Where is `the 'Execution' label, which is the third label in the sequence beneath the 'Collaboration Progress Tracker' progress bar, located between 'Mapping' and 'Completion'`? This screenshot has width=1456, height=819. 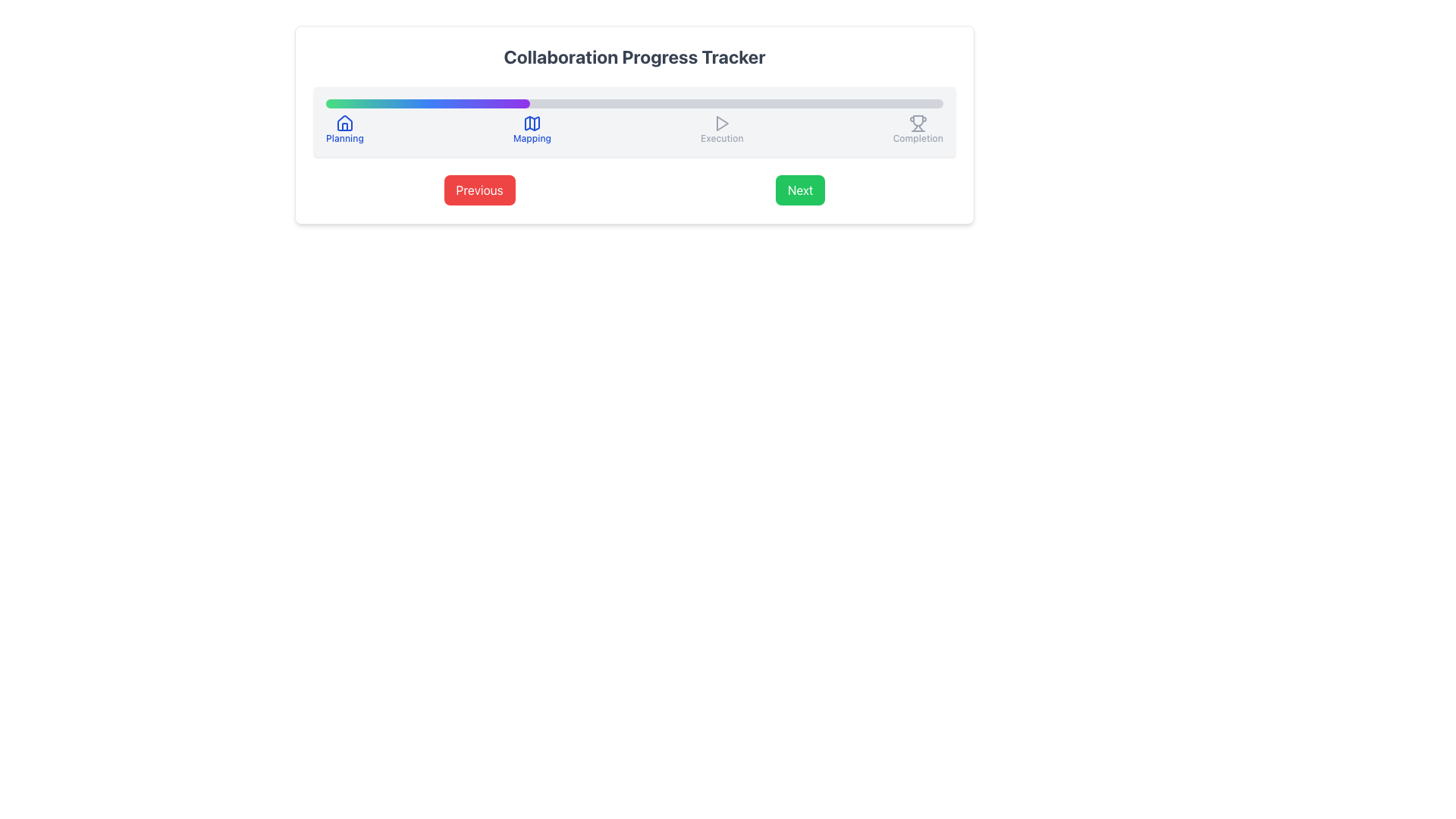 the 'Execution' label, which is the third label in the sequence beneath the 'Collaboration Progress Tracker' progress bar, located between 'Mapping' and 'Completion' is located at coordinates (721, 138).